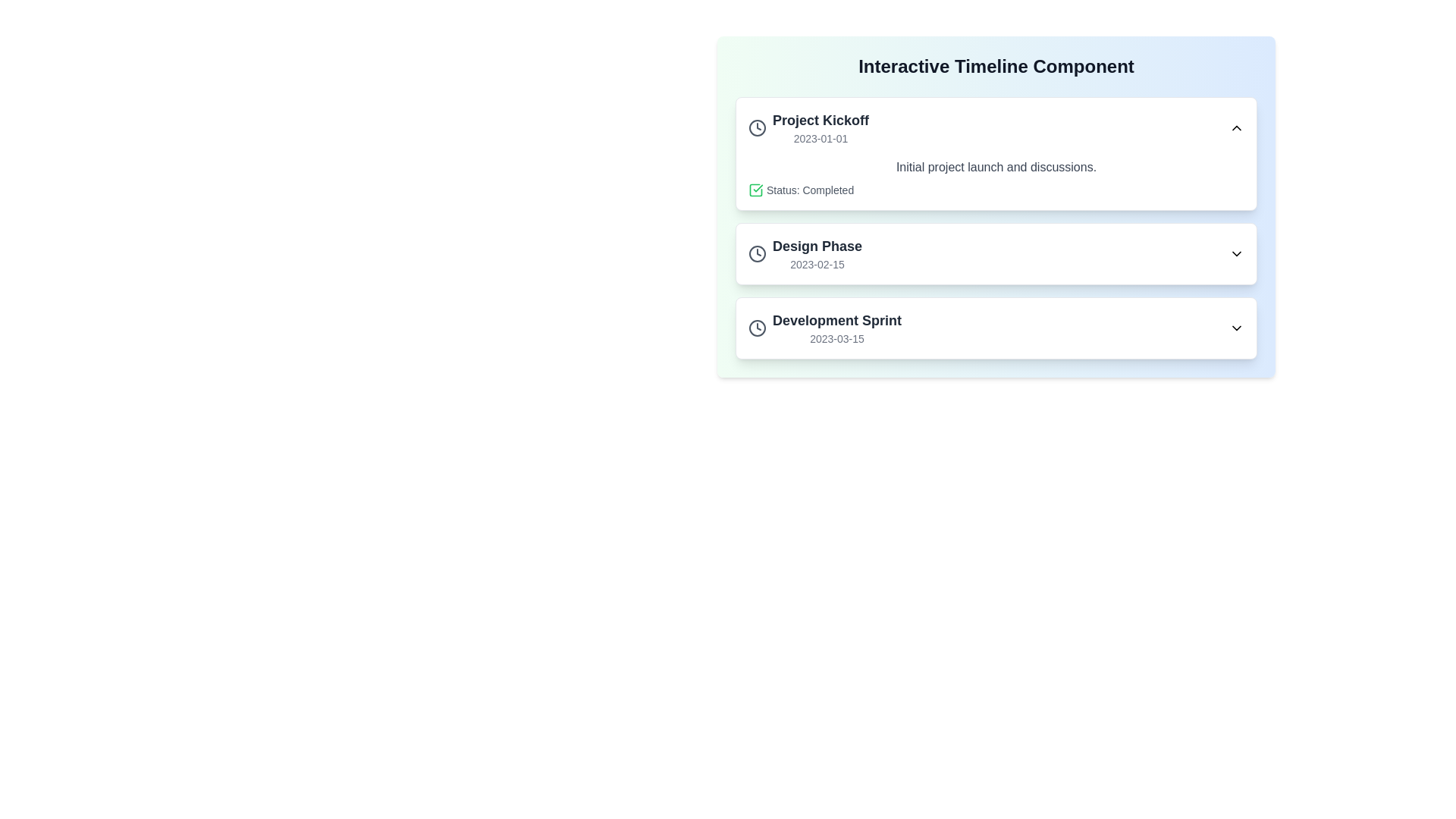 The height and width of the screenshot is (819, 1456). I want to click on the icon element that represents a specific time or date, located next to the text 'Design Phase' and '2023-02-15' in the second panel of the interactive timeline component, so click(757, 253).